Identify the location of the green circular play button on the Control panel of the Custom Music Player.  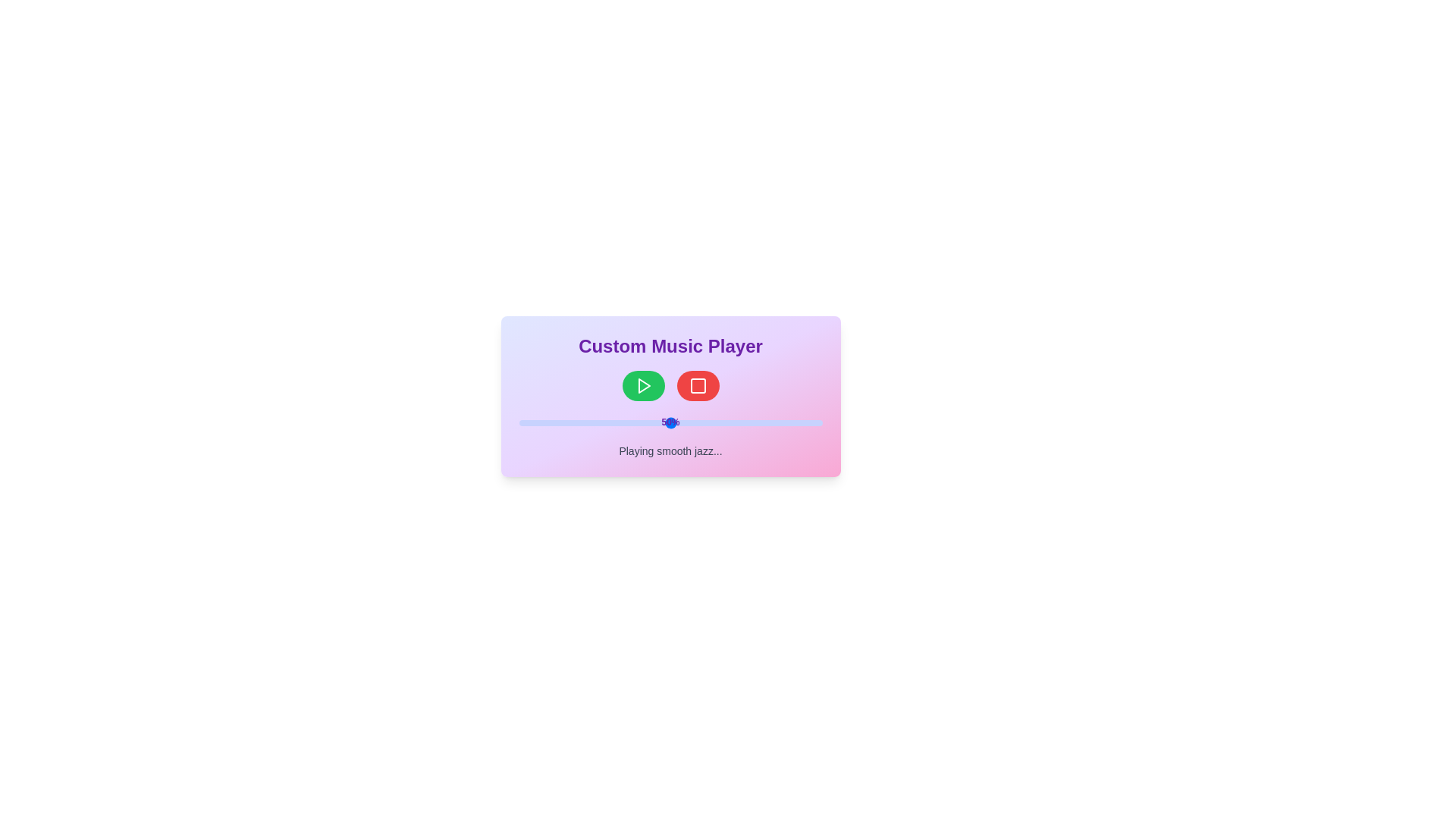
(670, 385).